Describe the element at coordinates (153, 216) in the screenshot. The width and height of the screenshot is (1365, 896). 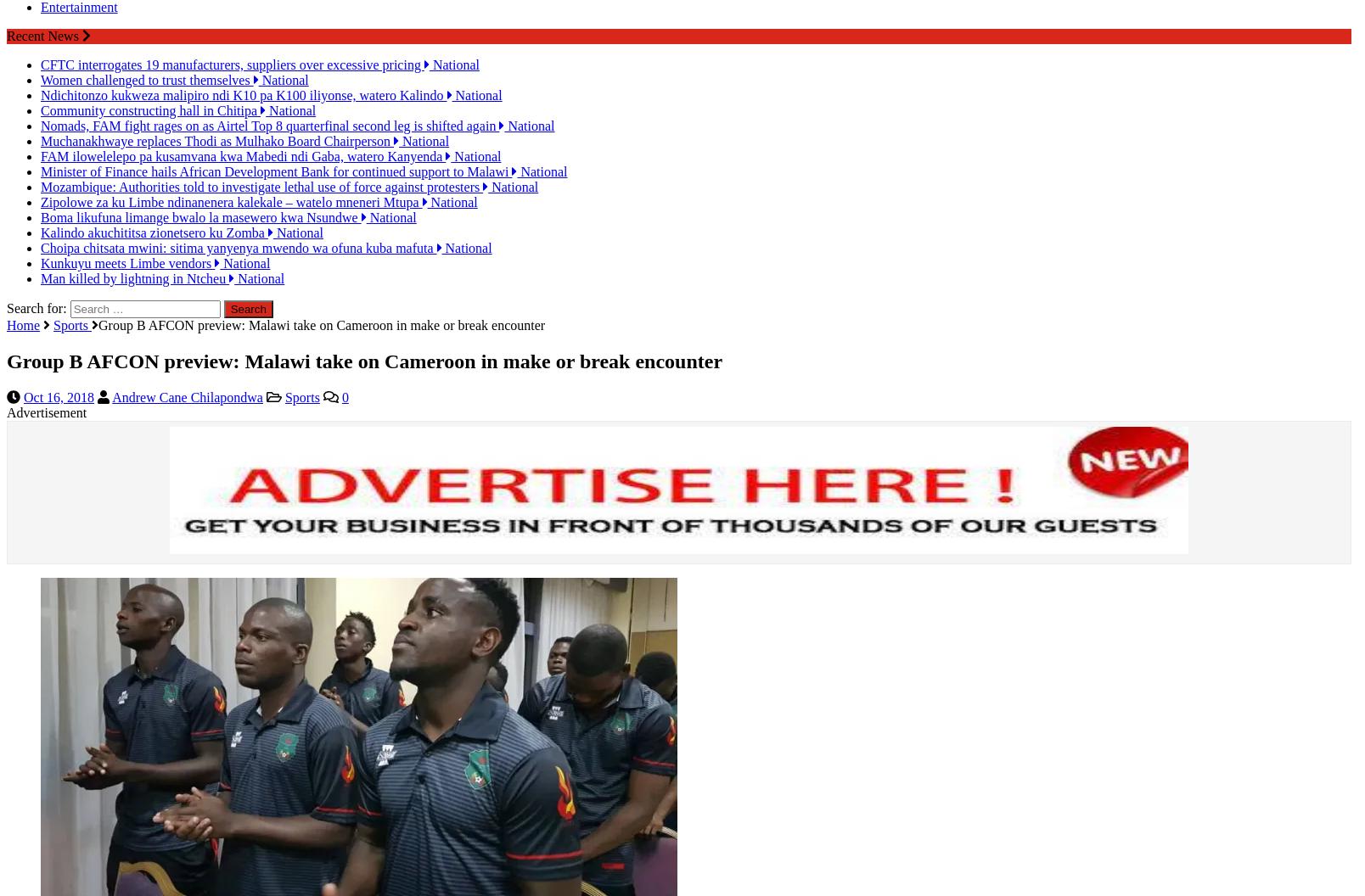
I see `'Kalindo akuchititsa zionetsero ku Zomba'` at that location.